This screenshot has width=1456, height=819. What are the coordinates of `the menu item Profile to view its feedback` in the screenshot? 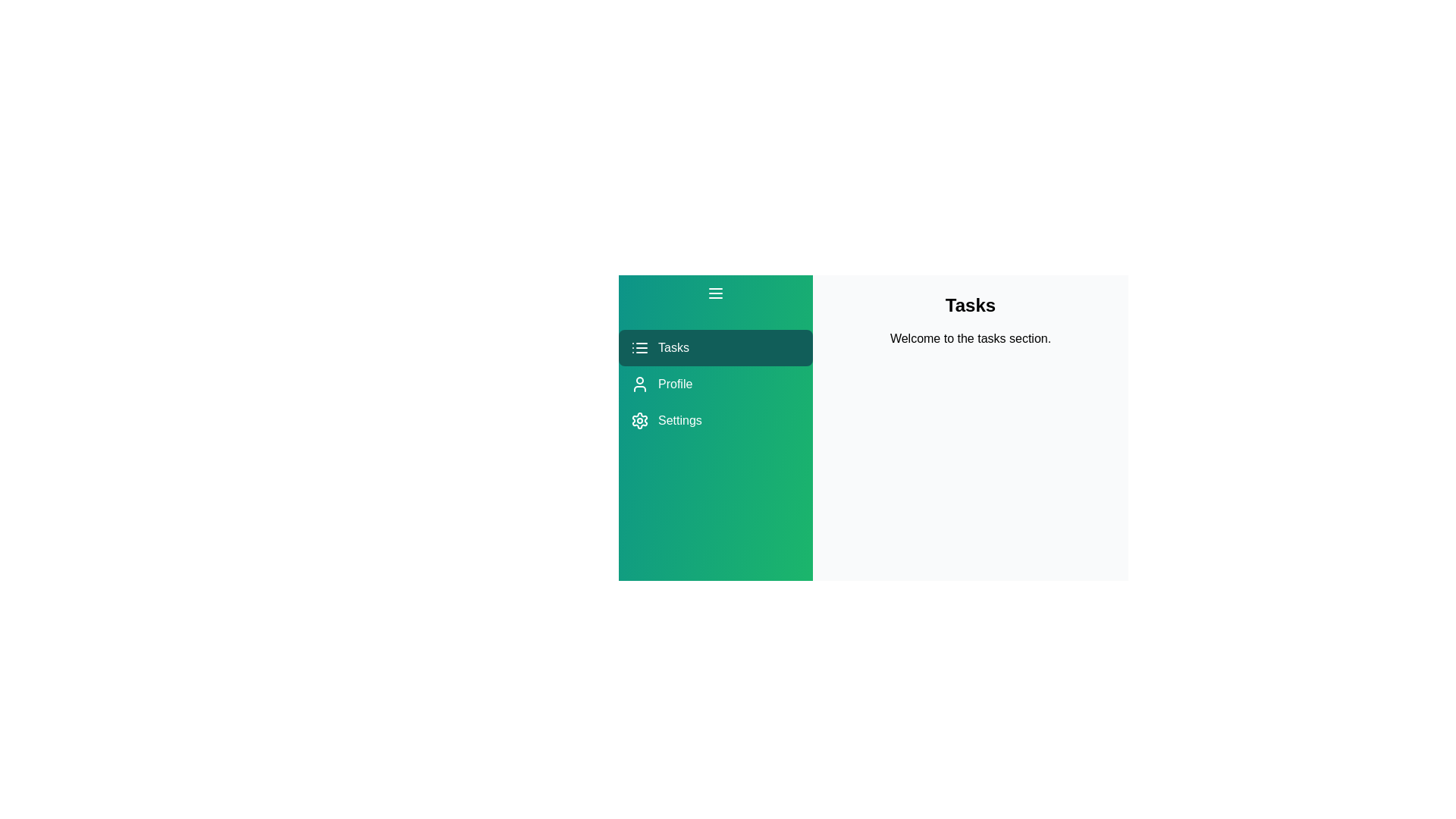 It's located at (715, 383).